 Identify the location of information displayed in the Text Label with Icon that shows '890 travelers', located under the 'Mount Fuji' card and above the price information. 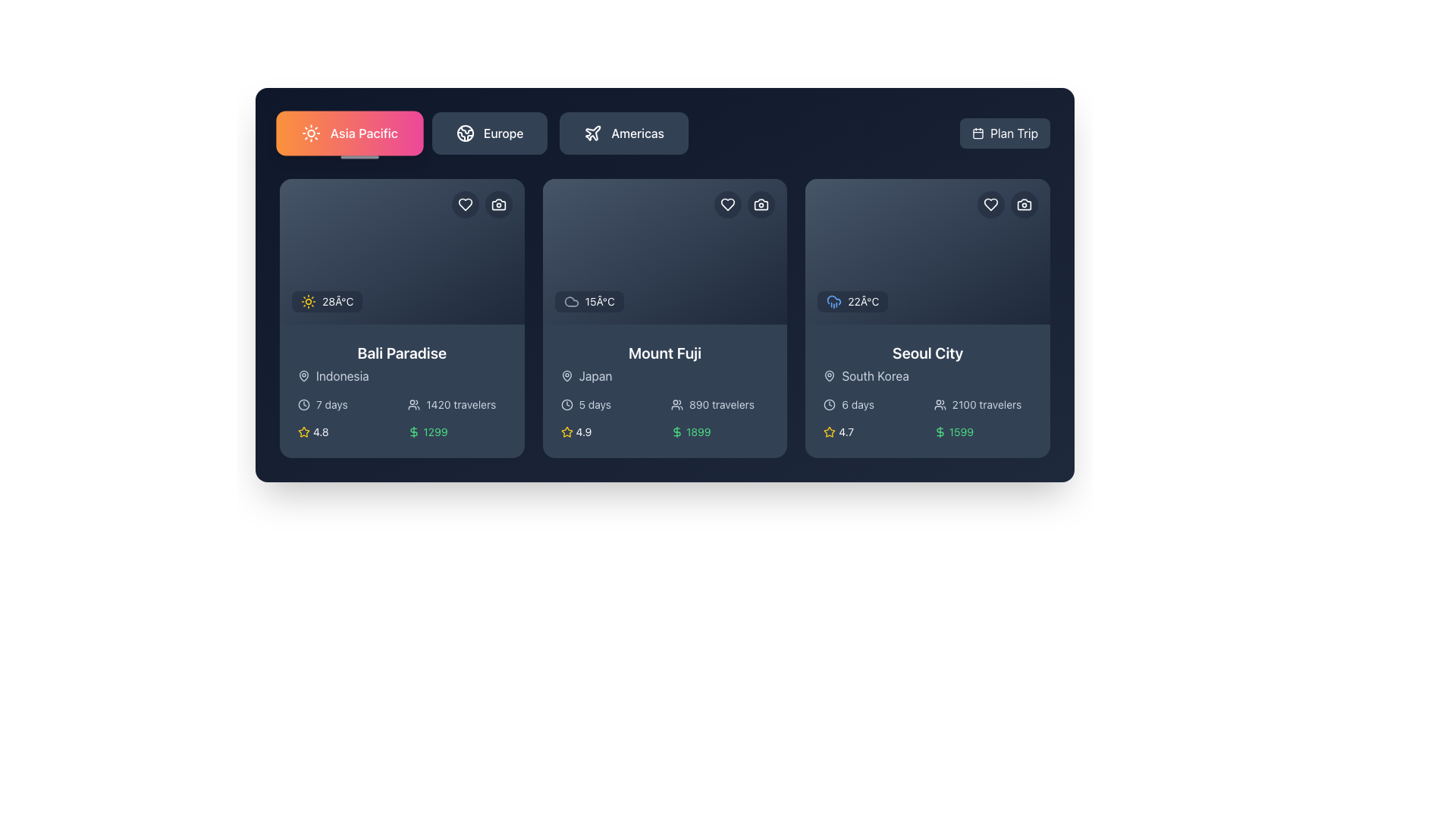
(719, 403).